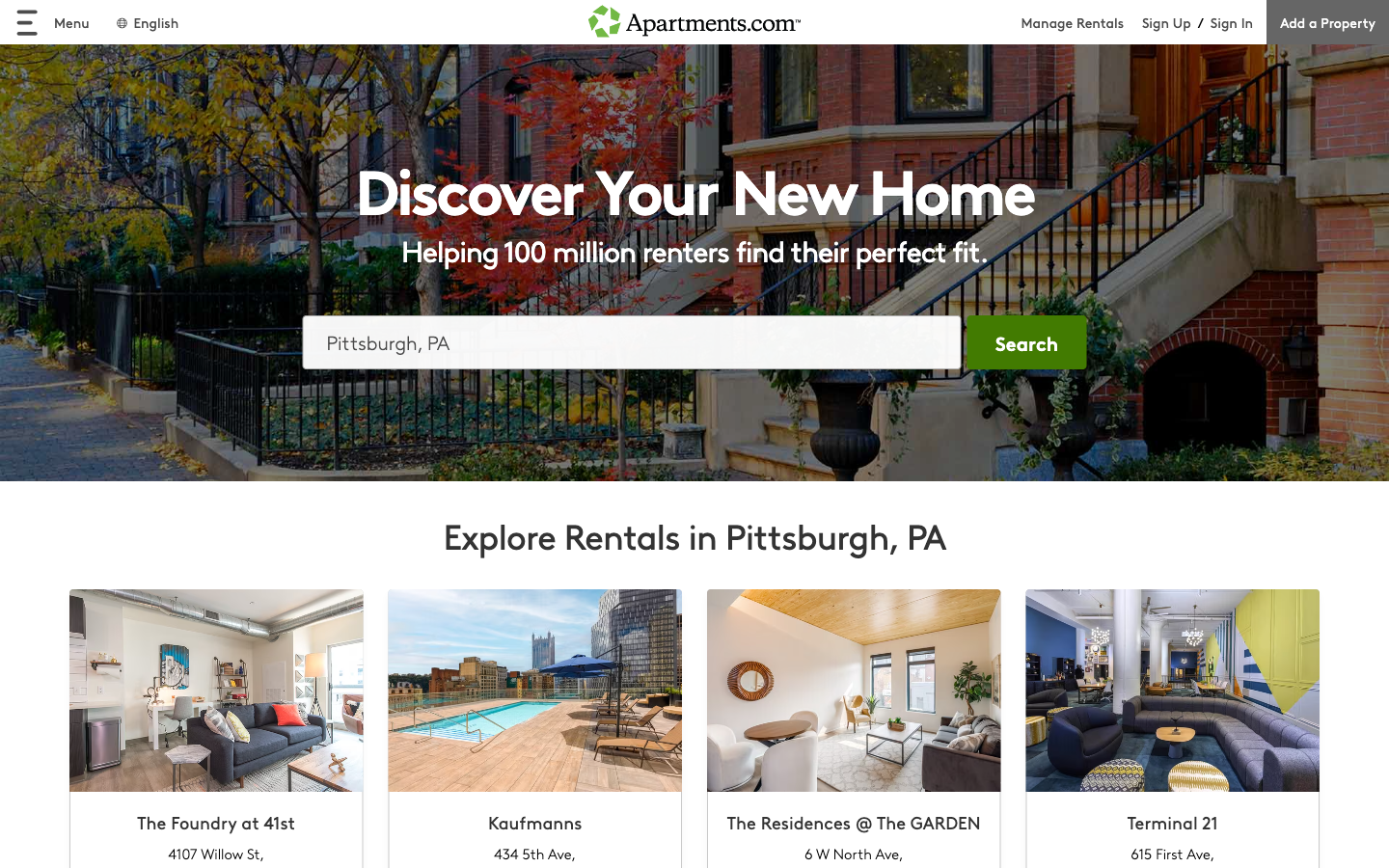 Image resolution: width=1389 pixels, height=868 pixels. Describe the element at coordinates (1326, 21) in the screenshot. I see `add property` at that location.